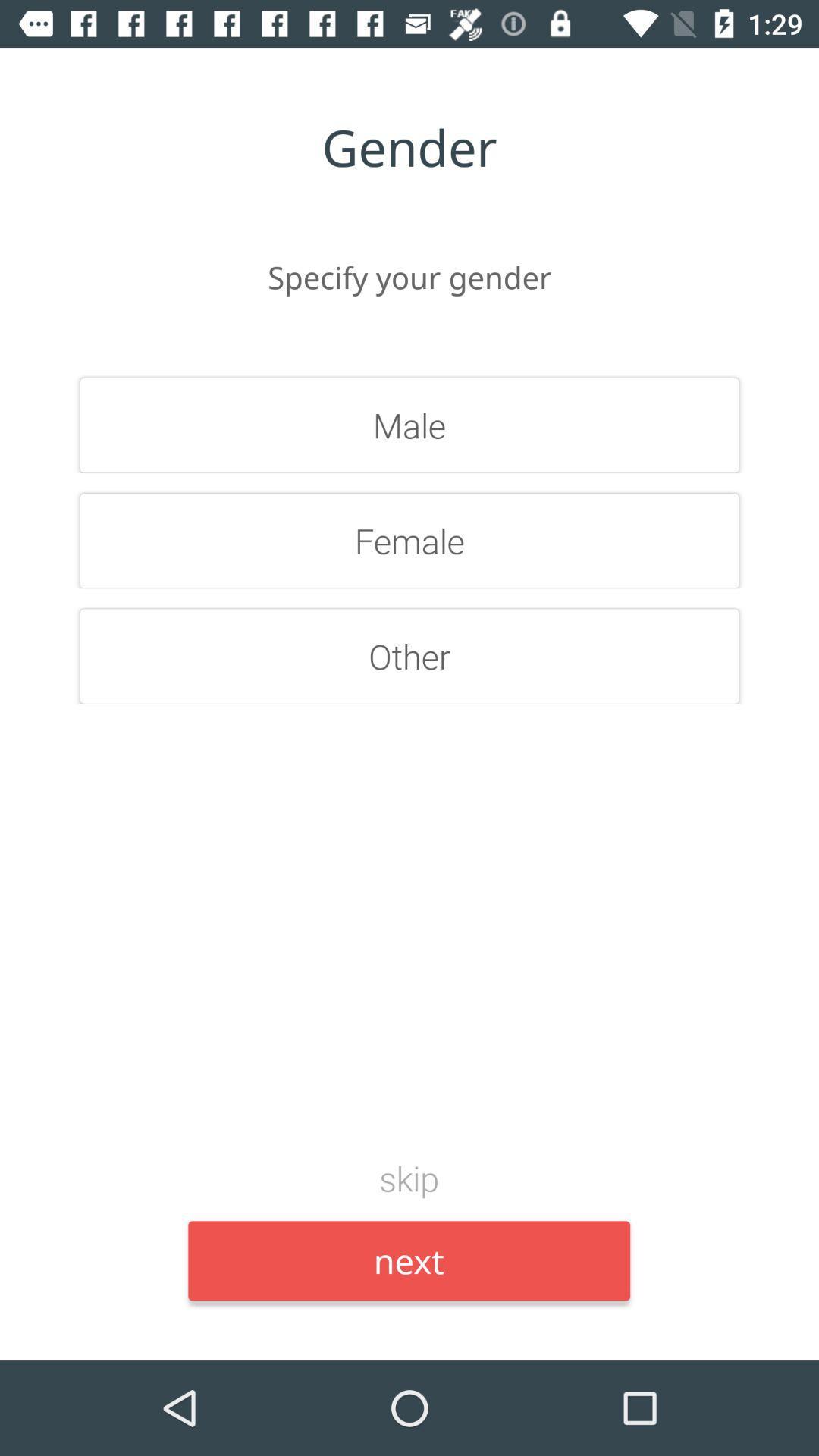 The width and height of the screenshot is (819, 1456). I want to click on icon below the male icon, so click(409, 541).